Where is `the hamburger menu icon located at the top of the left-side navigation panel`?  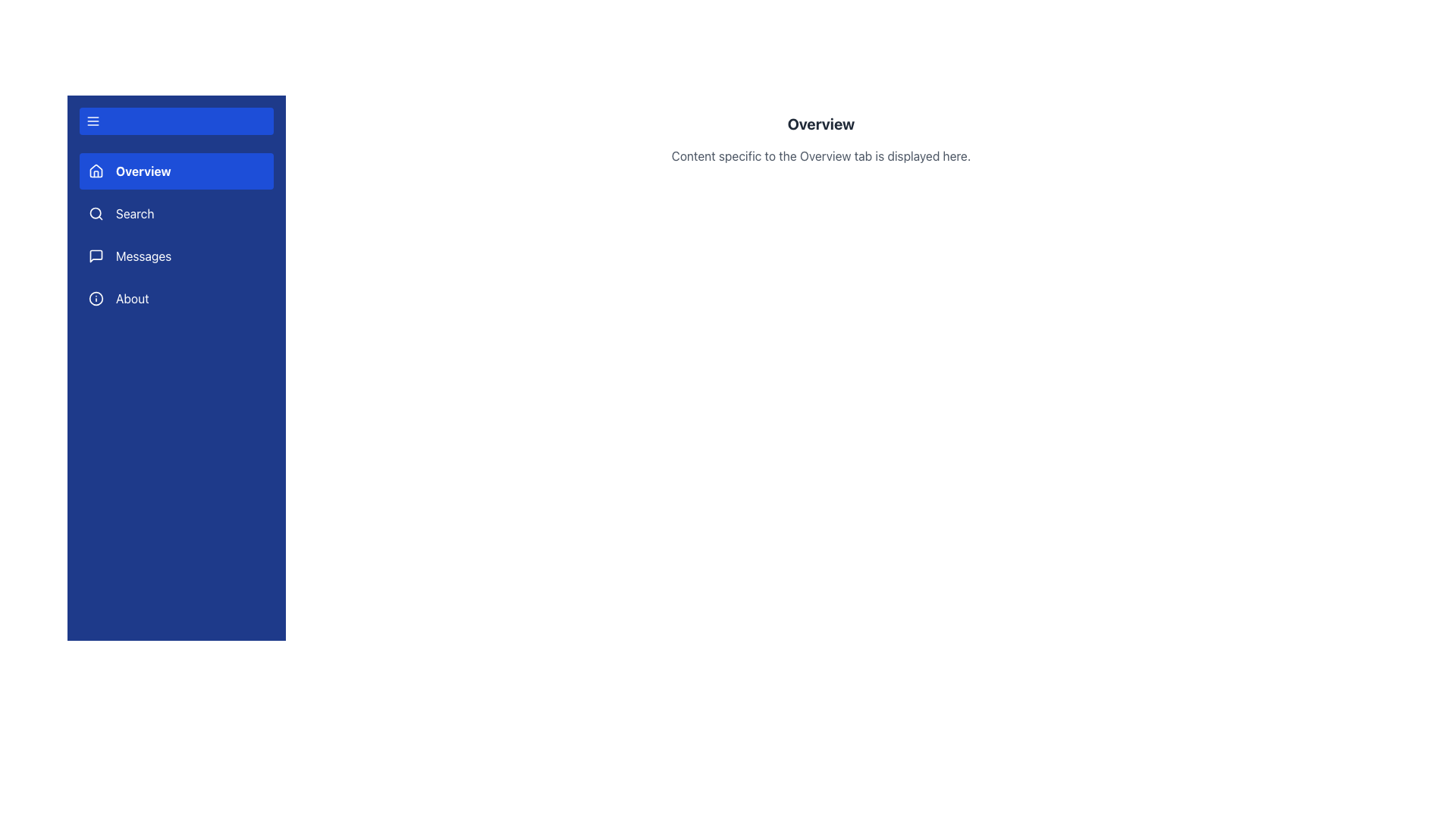
the hamburger menu icon located at the top of the left-side navigation panel is located at coordinates (93, 120).